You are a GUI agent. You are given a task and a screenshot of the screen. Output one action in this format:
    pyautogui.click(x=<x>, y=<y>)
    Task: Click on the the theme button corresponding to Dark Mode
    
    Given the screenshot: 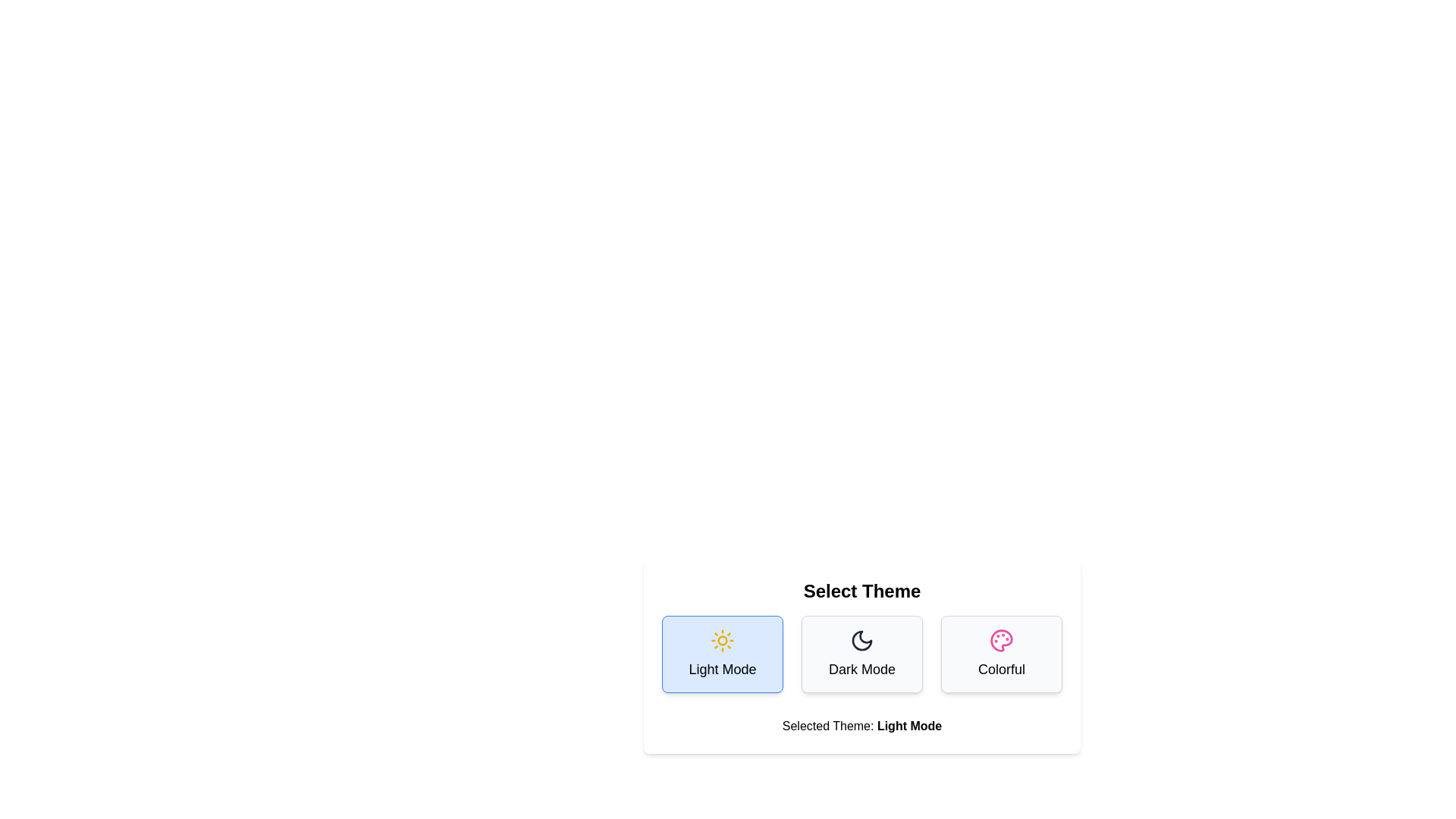 What is the action you would take?
    pyautogui.click(x=862, y=654)
    